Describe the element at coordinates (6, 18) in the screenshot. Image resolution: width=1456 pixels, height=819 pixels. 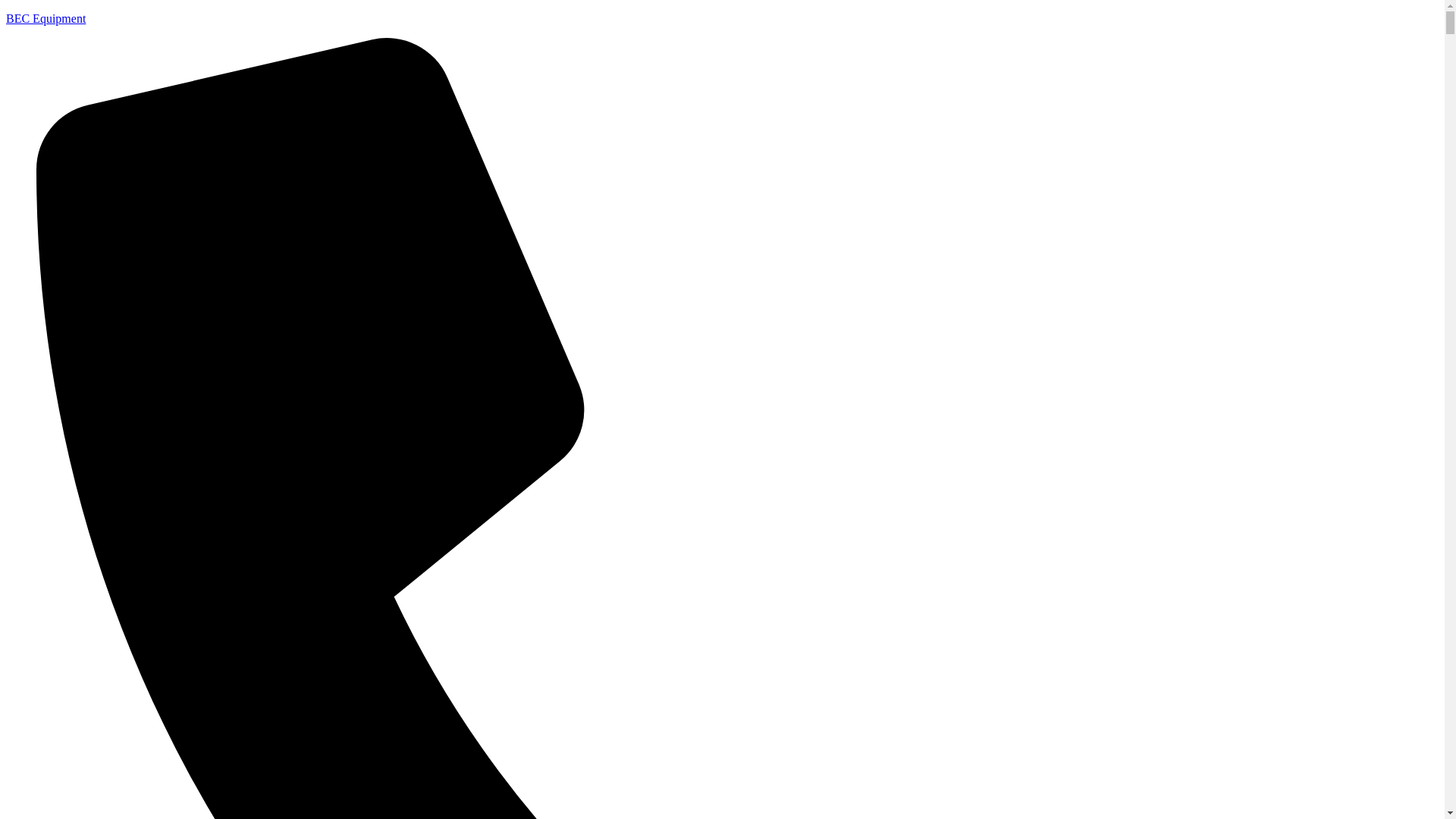
I see `'BEC Equipment'` at that location.